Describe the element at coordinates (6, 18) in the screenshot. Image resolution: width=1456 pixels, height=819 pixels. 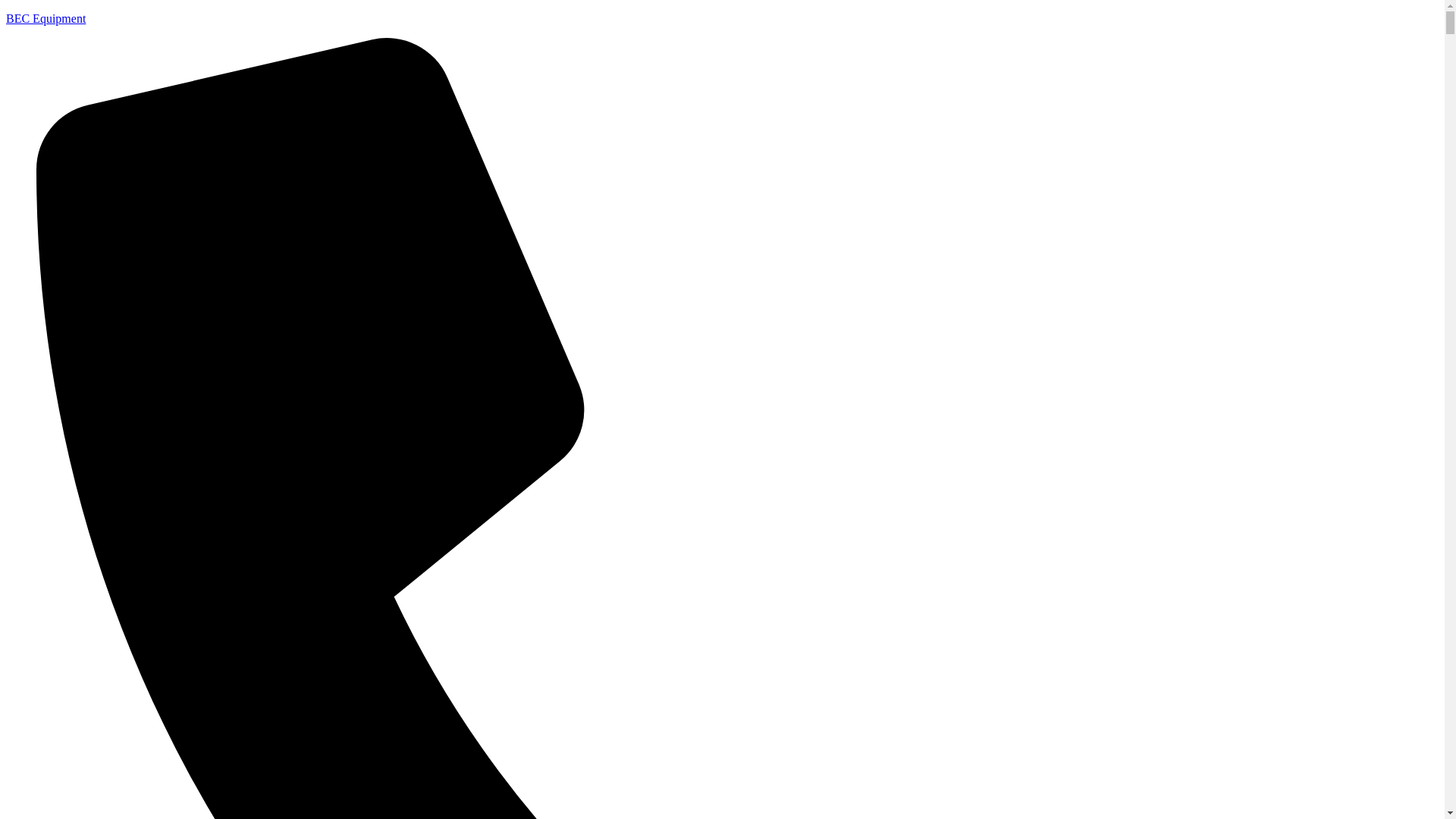
I see `'BEC Equipment'` at that location.